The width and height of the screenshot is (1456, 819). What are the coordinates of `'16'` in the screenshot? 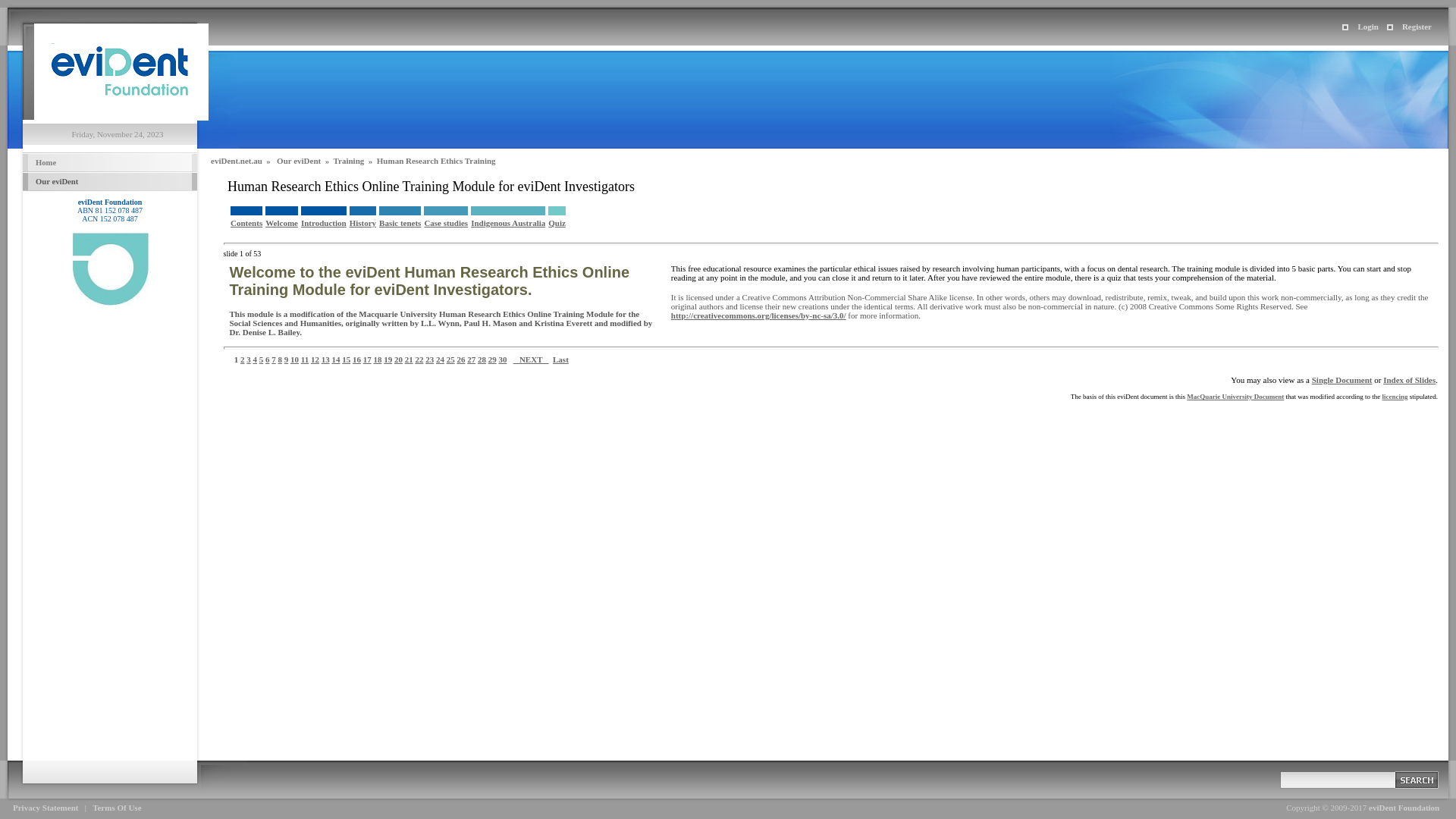 It's located at (356, 359).